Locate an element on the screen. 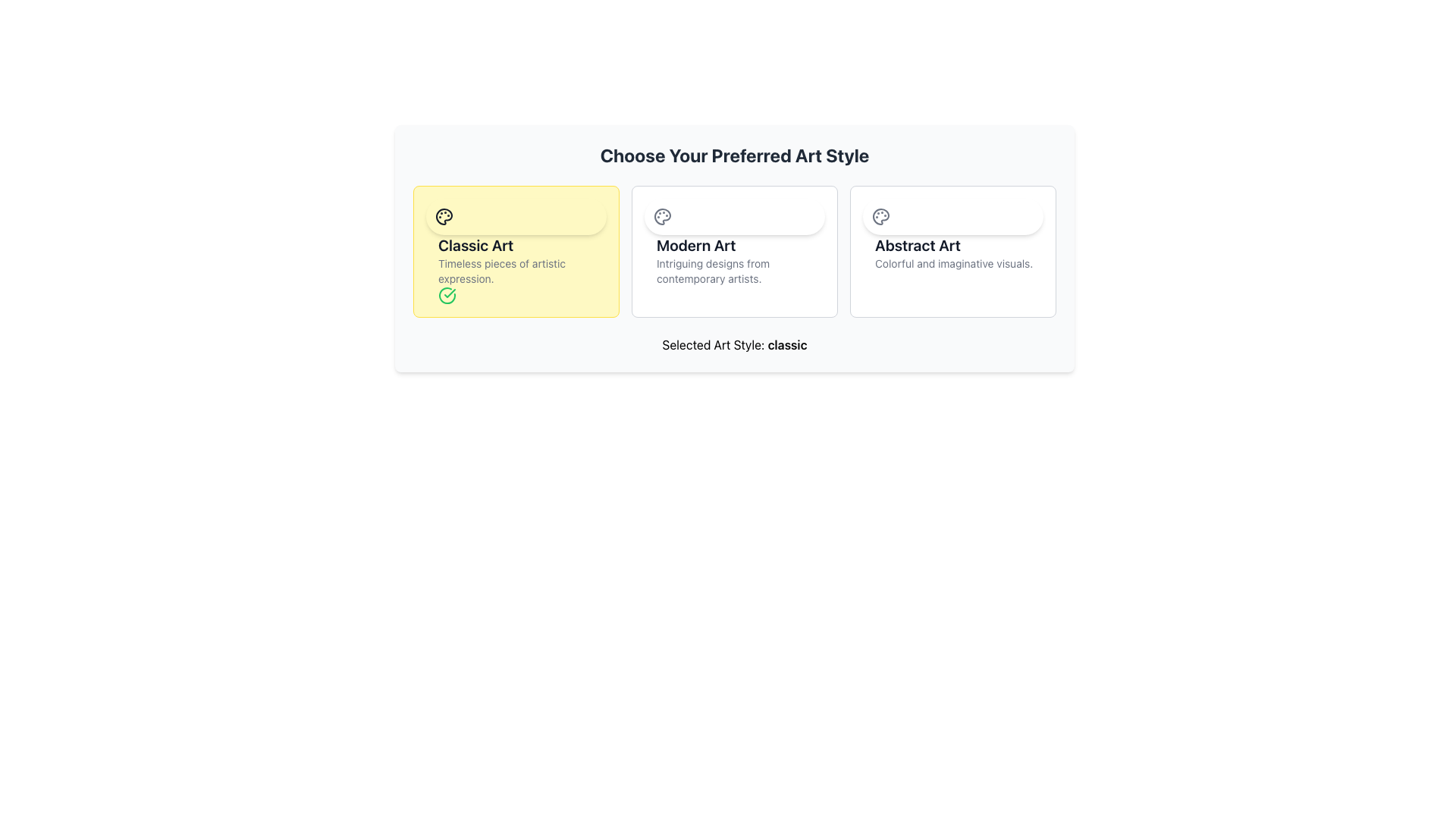  the painter's palette icon located in the 'Modern Art' option of the selection row, which is characterized by its round shape and gray color is located at coordinates (662, 216).